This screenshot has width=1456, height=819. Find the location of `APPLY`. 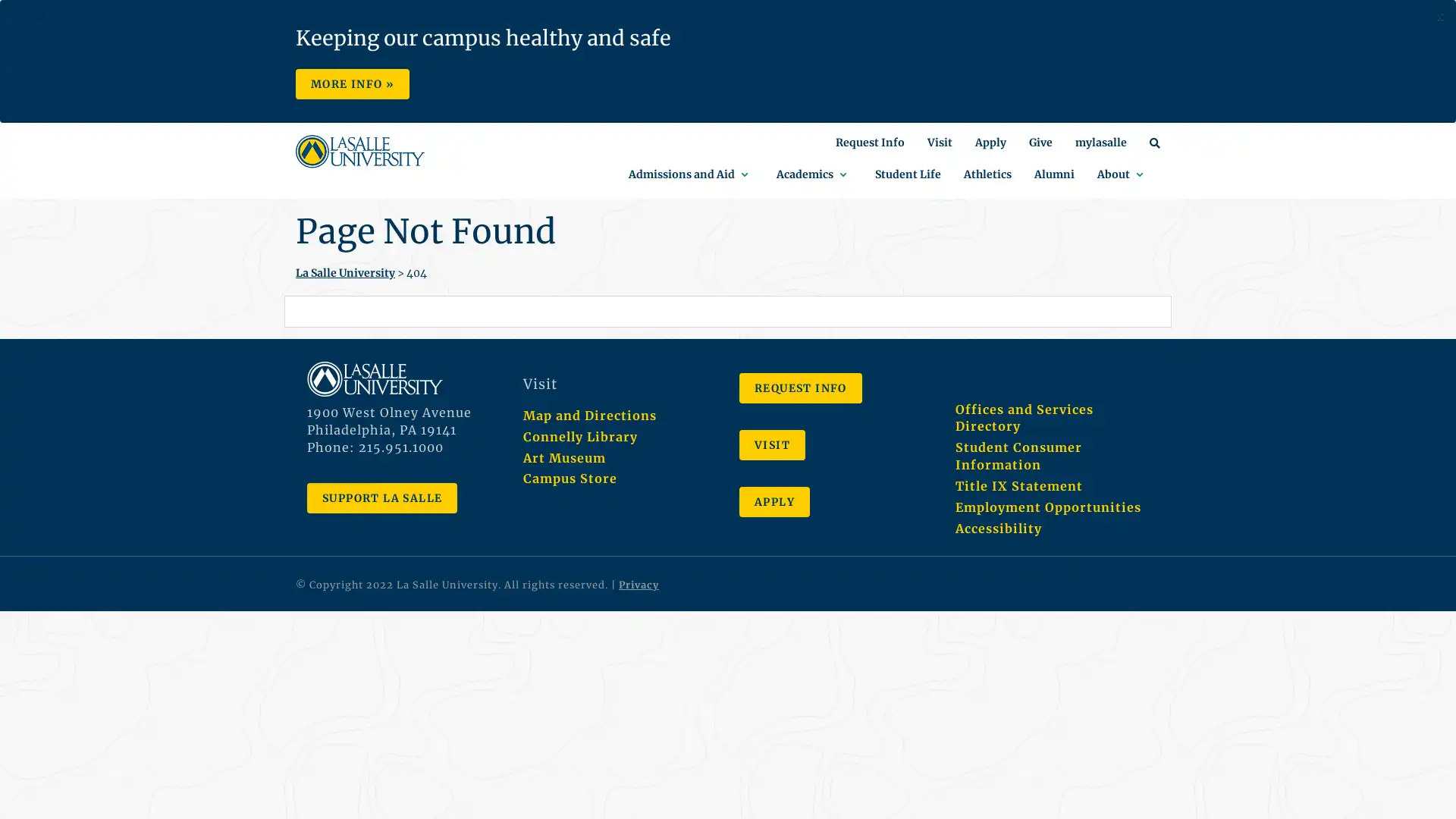

APPLY is located at coordinates (774, 502).